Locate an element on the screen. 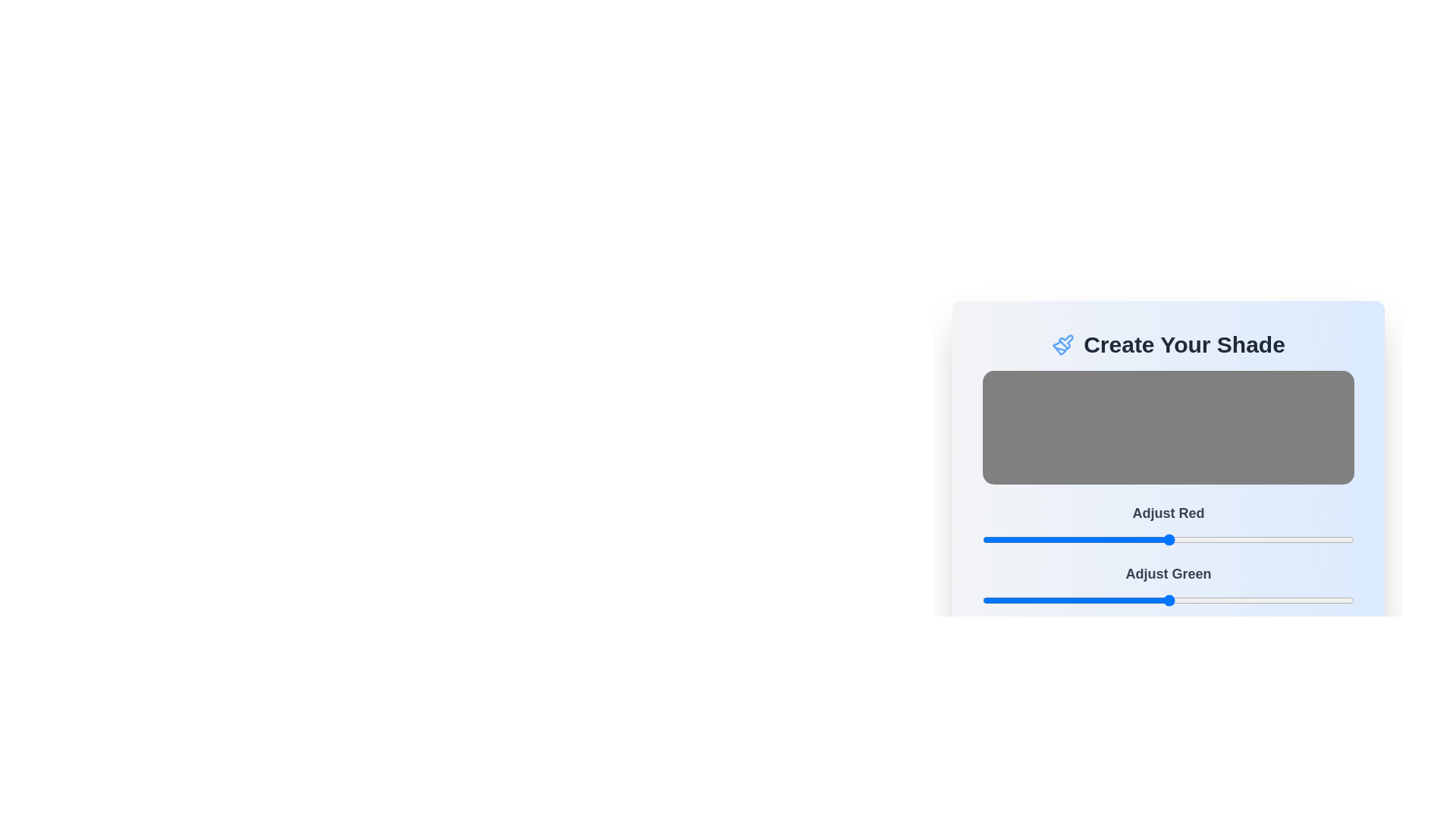 This screenshot has width=1456, height=819. the green color slider to 82 is located at coordinates (1102, 599).